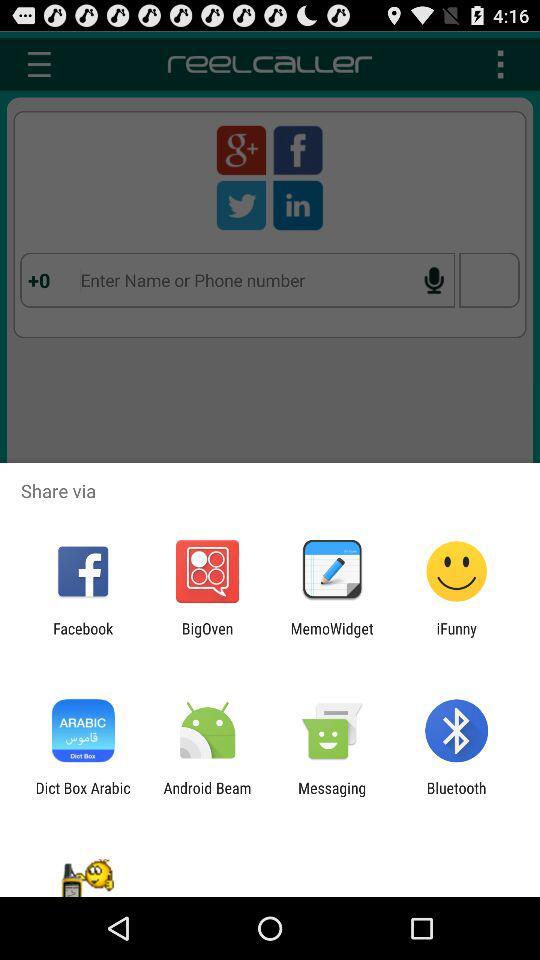  I want to click on the facebook icon, so click(82, 636).